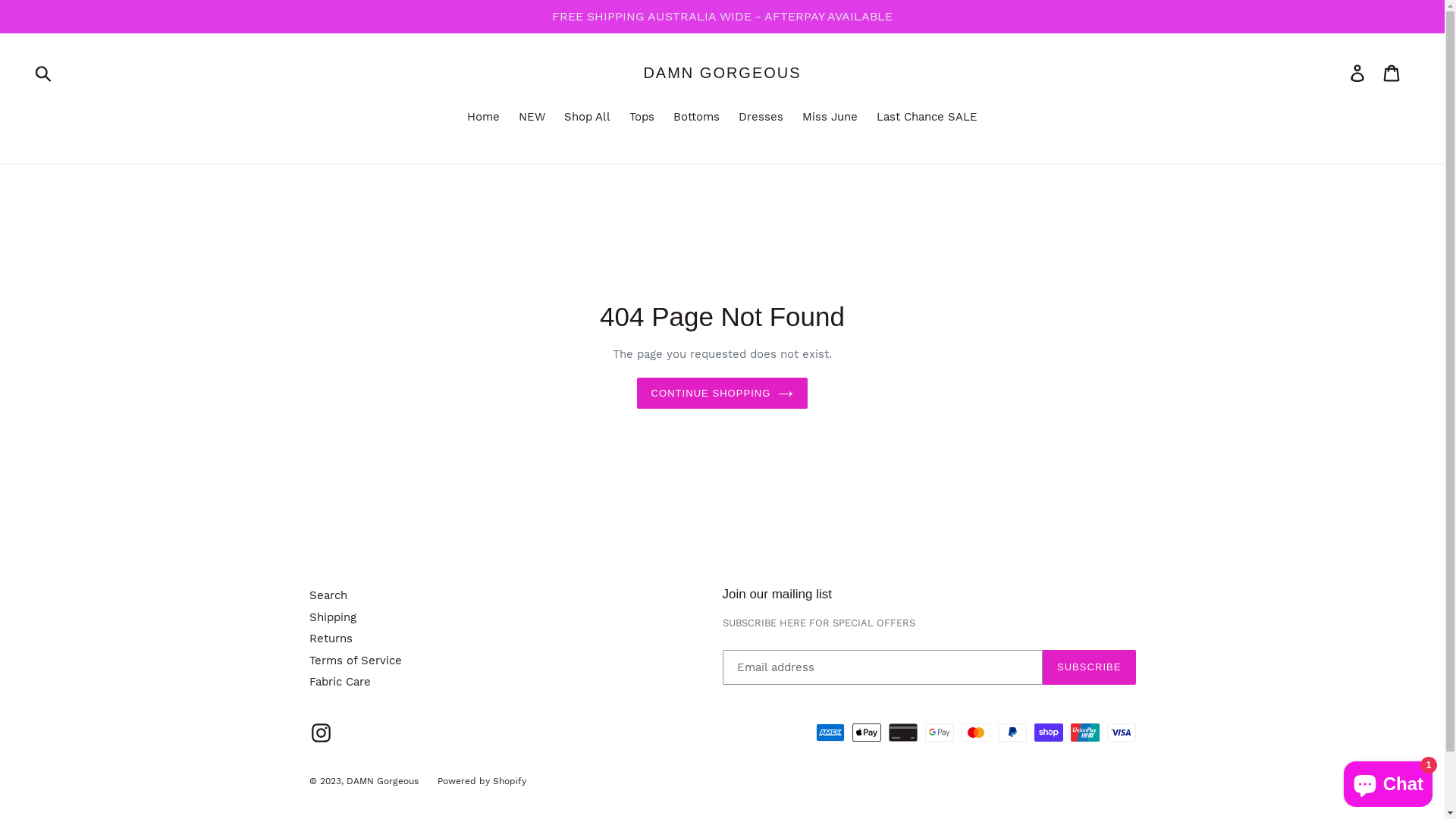  I want to click on 'Miss June', so click(793, 117).